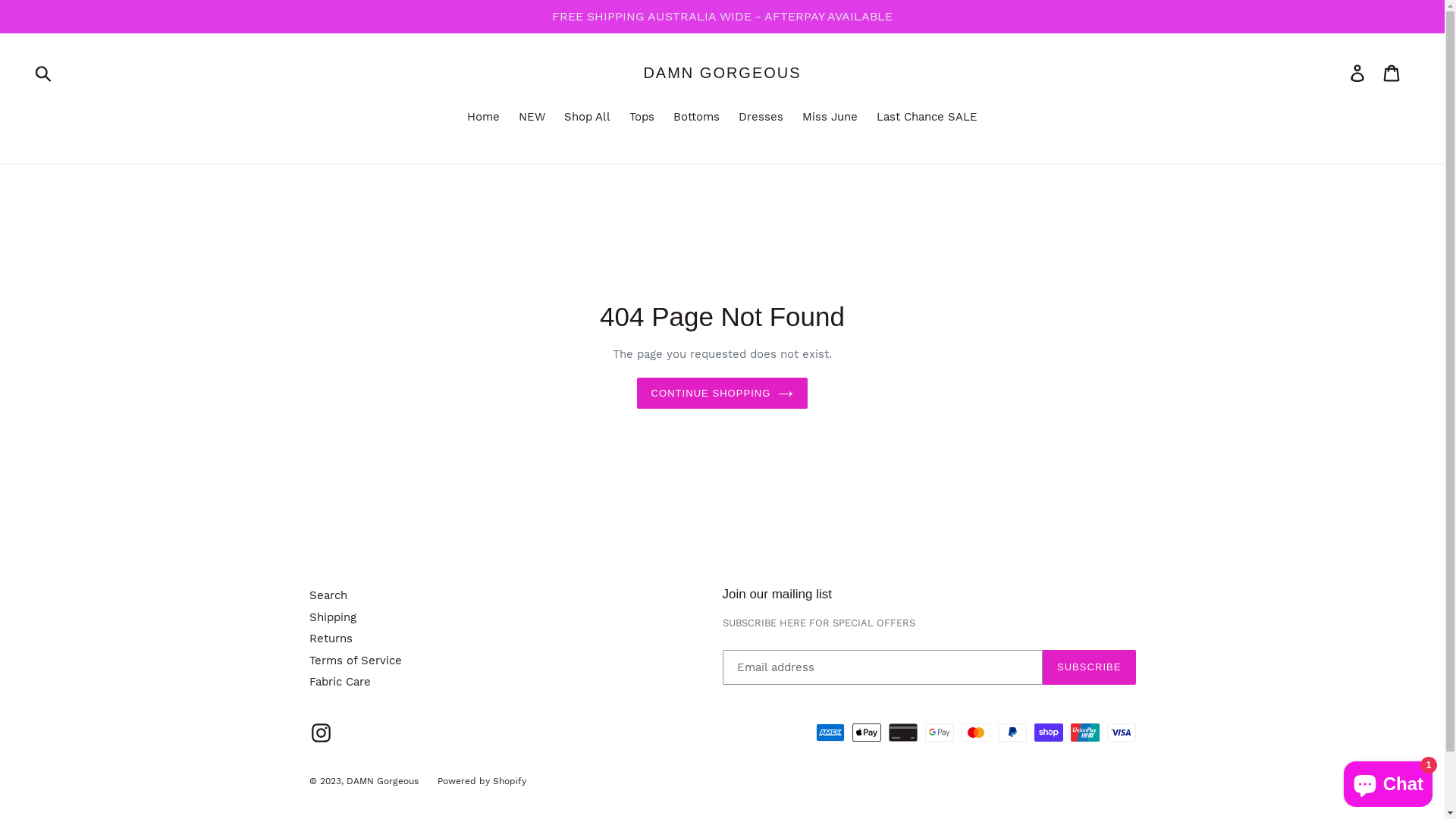  I want to click on 'Miss June', so click(793, 117).